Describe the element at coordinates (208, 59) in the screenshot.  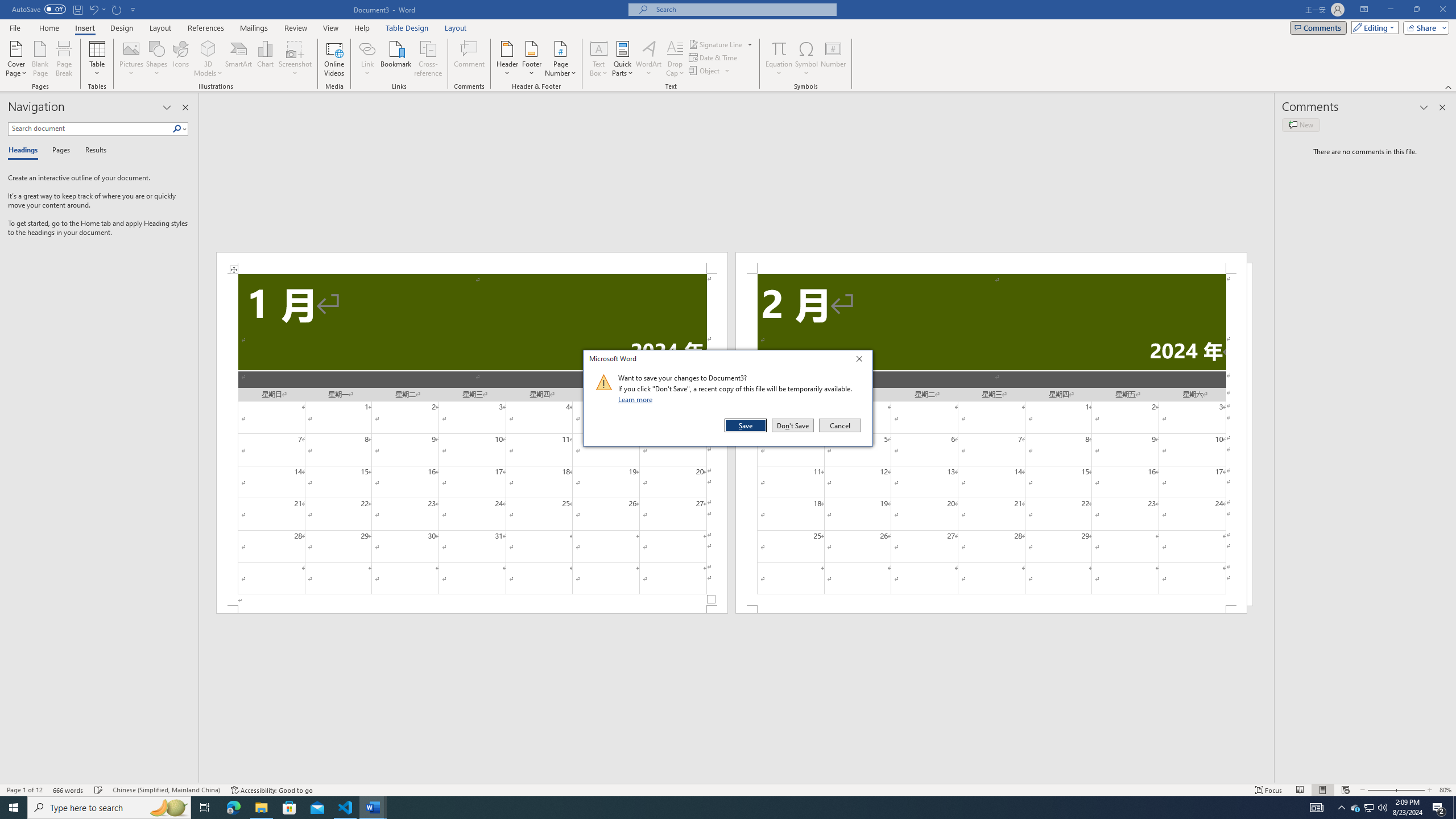
I see `'3D Models'` at that location.